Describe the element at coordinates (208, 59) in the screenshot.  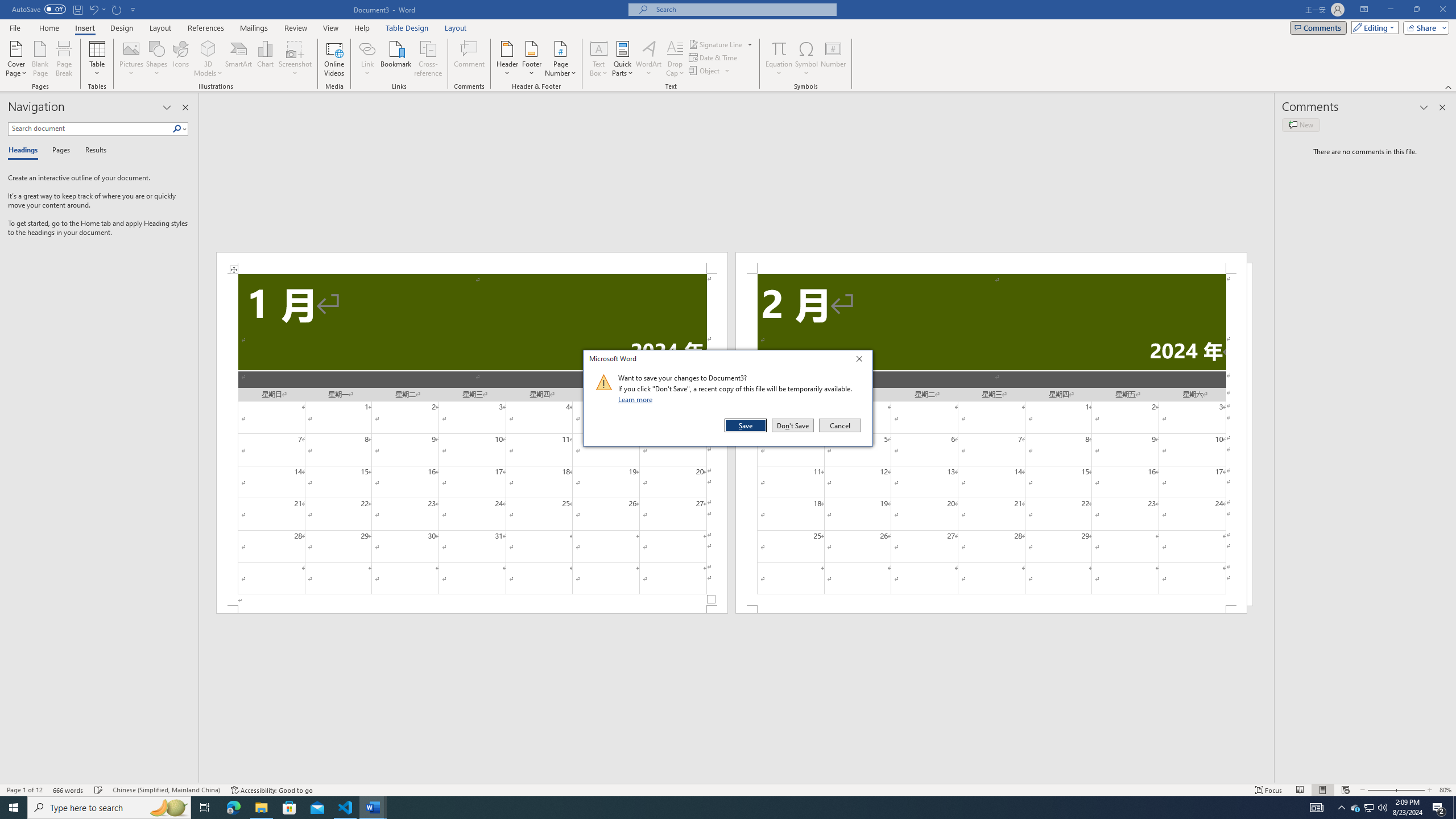
I see `'3D Models'` at that location.